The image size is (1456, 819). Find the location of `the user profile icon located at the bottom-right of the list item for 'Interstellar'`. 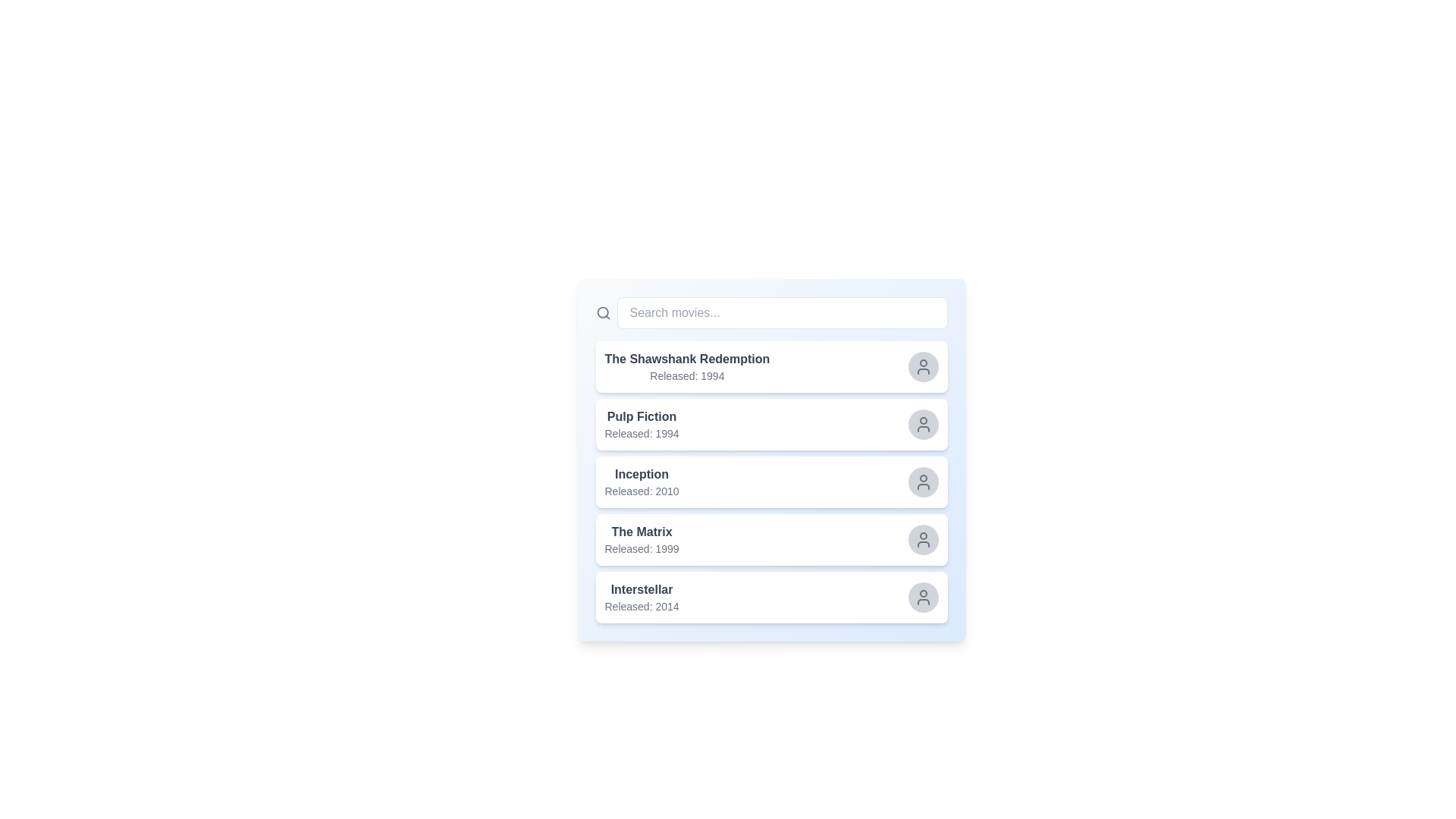

the user profile icon located at the bottom-right of the list item for 'Interstellar' is located at coordinates (922, 596).